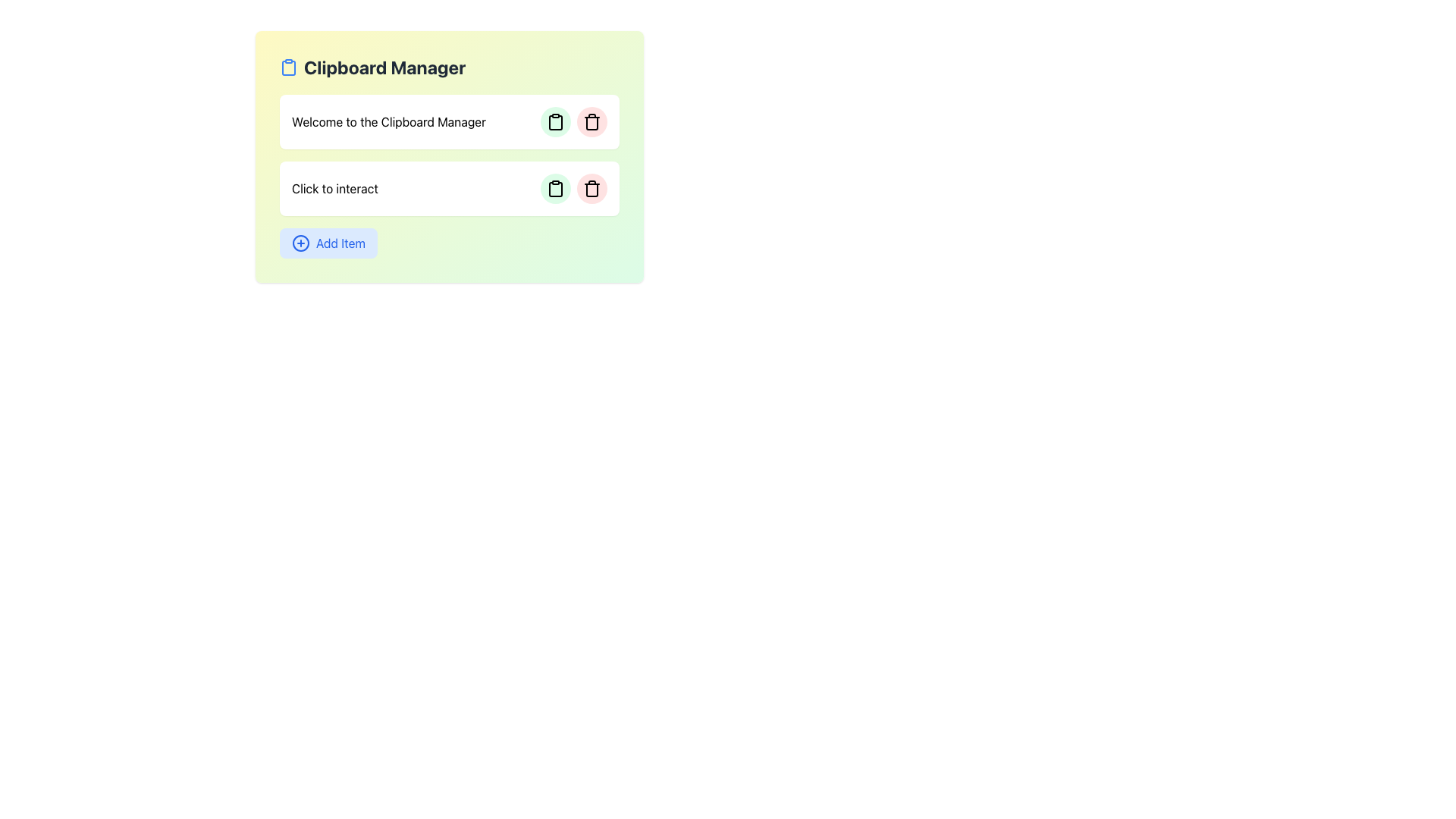  What do you see at coordinates (591, 121) in the screenshot?
I see `the circular red button with a trash can icon` at bounding box center [591, 121].